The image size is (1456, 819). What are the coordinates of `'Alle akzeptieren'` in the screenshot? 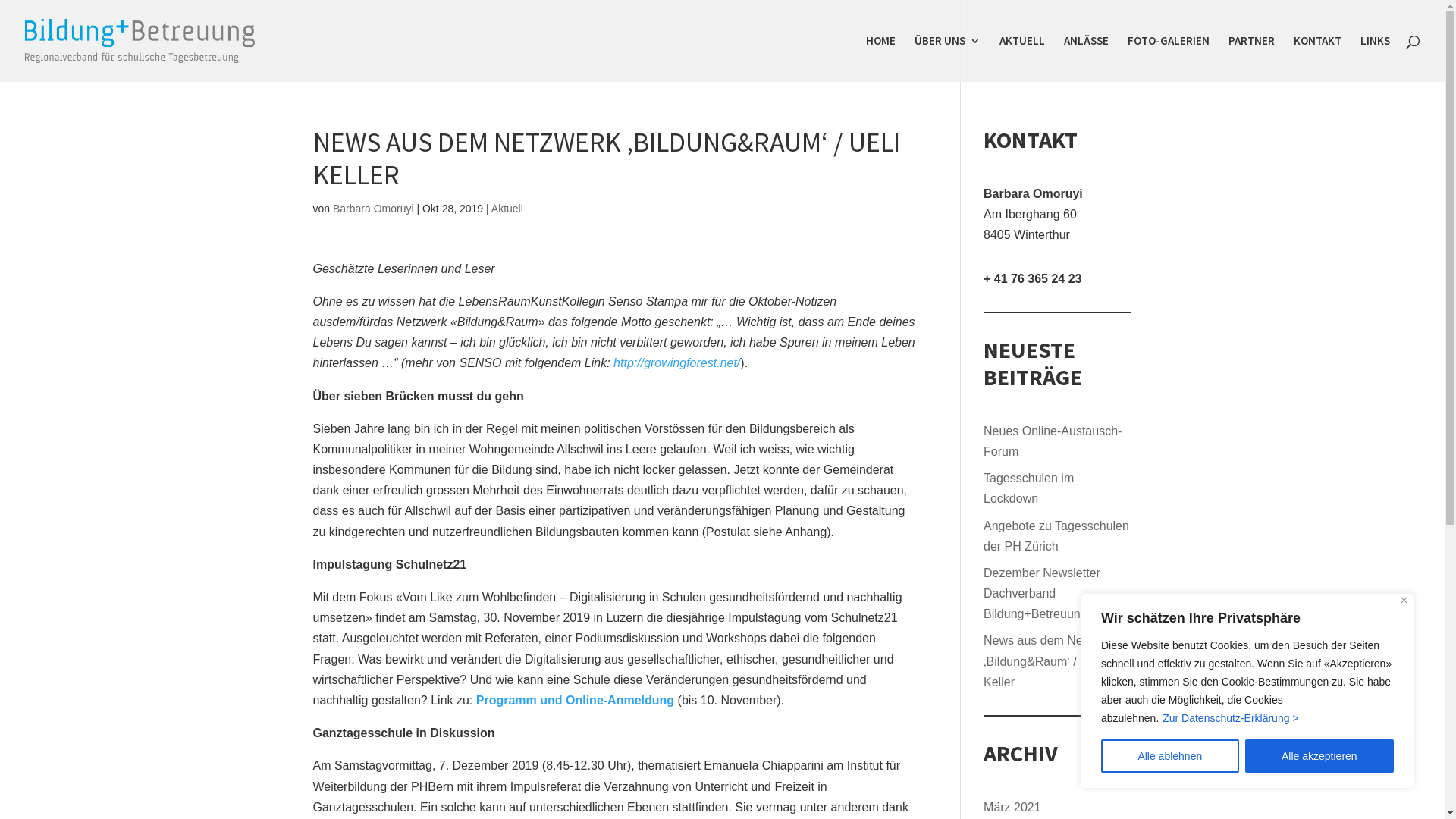 It's located at (1318, 755).